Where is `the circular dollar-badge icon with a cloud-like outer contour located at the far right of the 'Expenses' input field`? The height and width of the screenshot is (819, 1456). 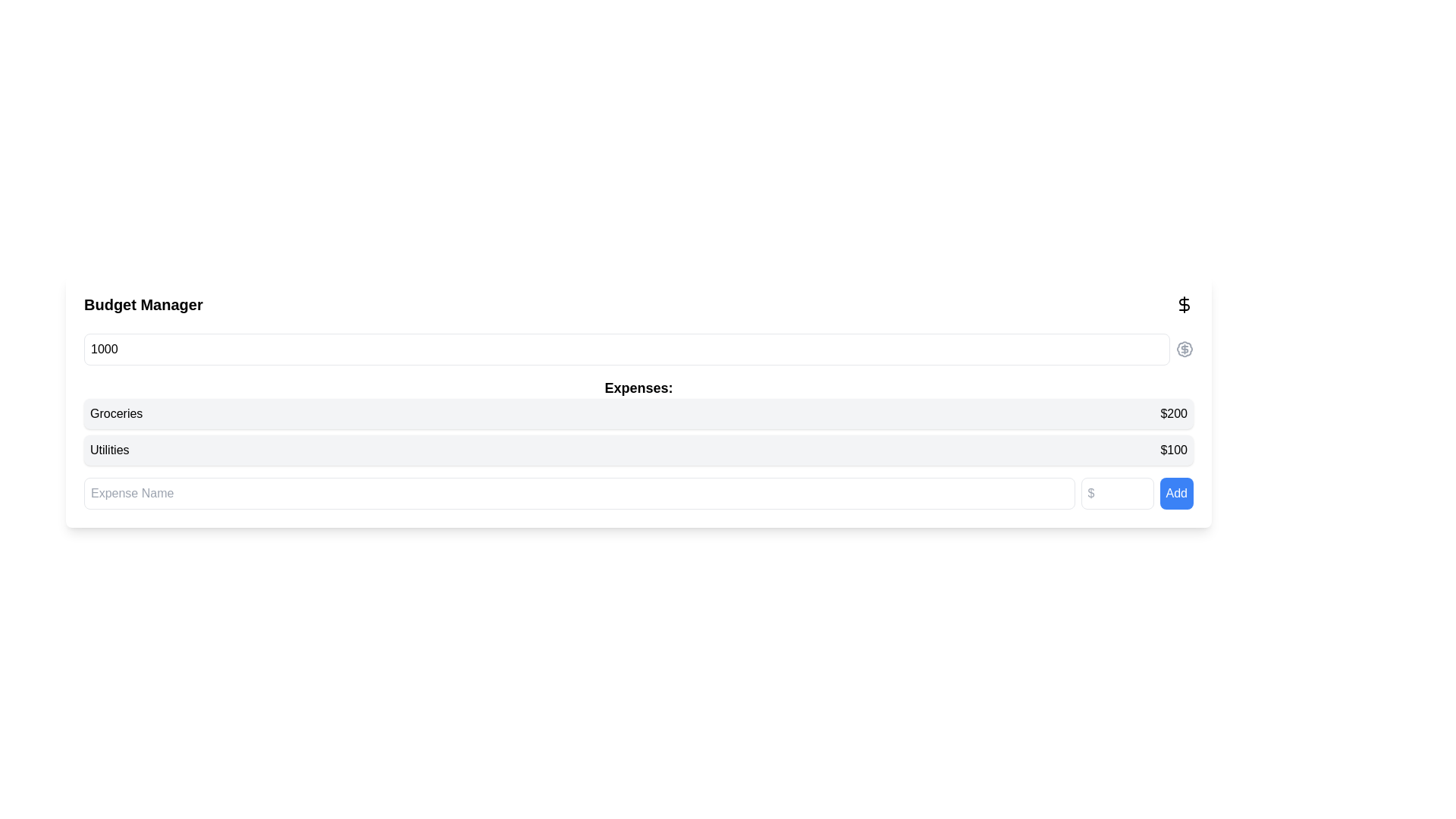 the circular dollar-badge icon with a cloud-like outer contour located at the far right of the 'Expenses' input field is located at coordinates (1184, 350).